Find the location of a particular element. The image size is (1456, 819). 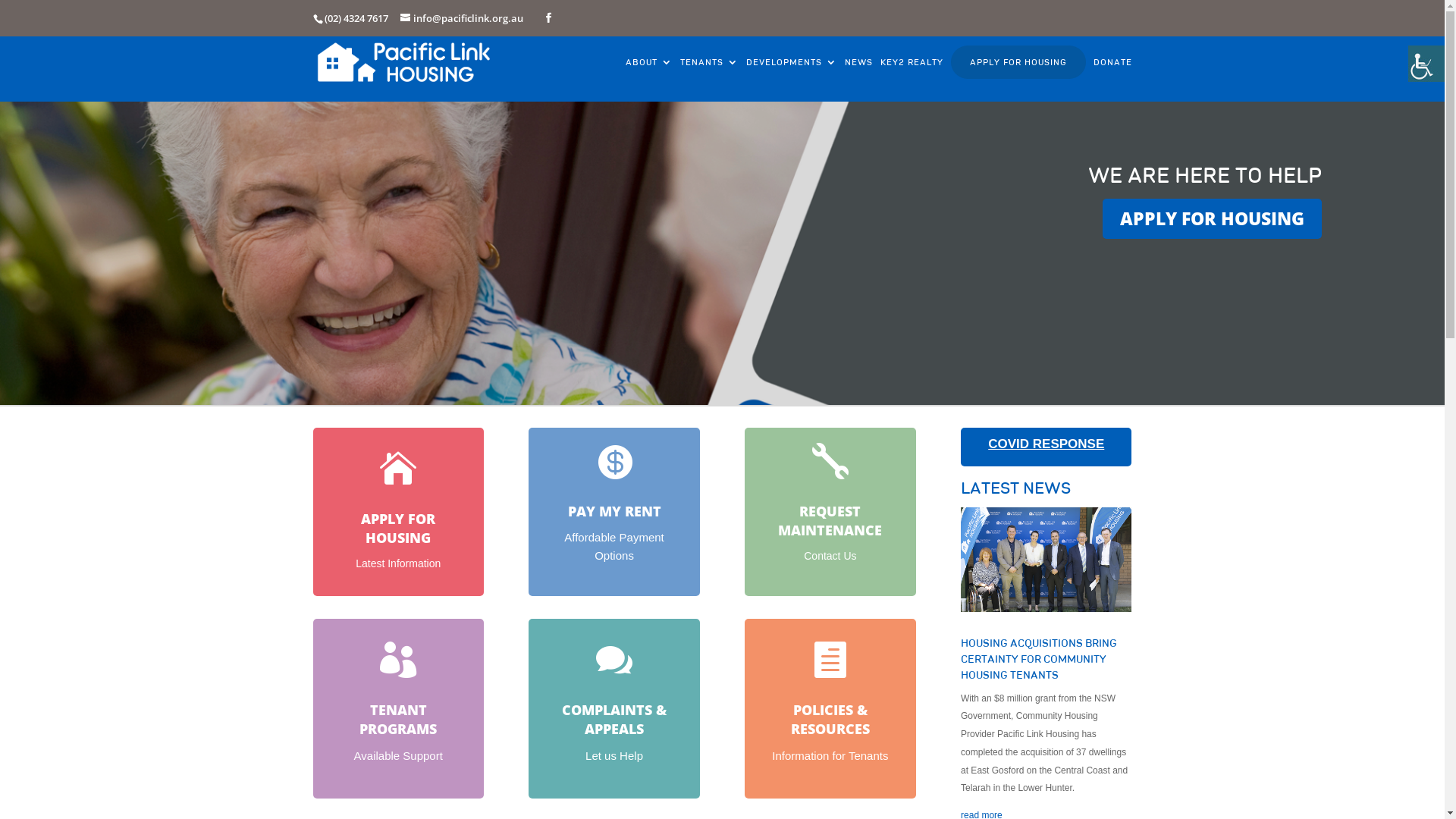

'COVID RESPONSE' is located at coordinates (1045, 444).